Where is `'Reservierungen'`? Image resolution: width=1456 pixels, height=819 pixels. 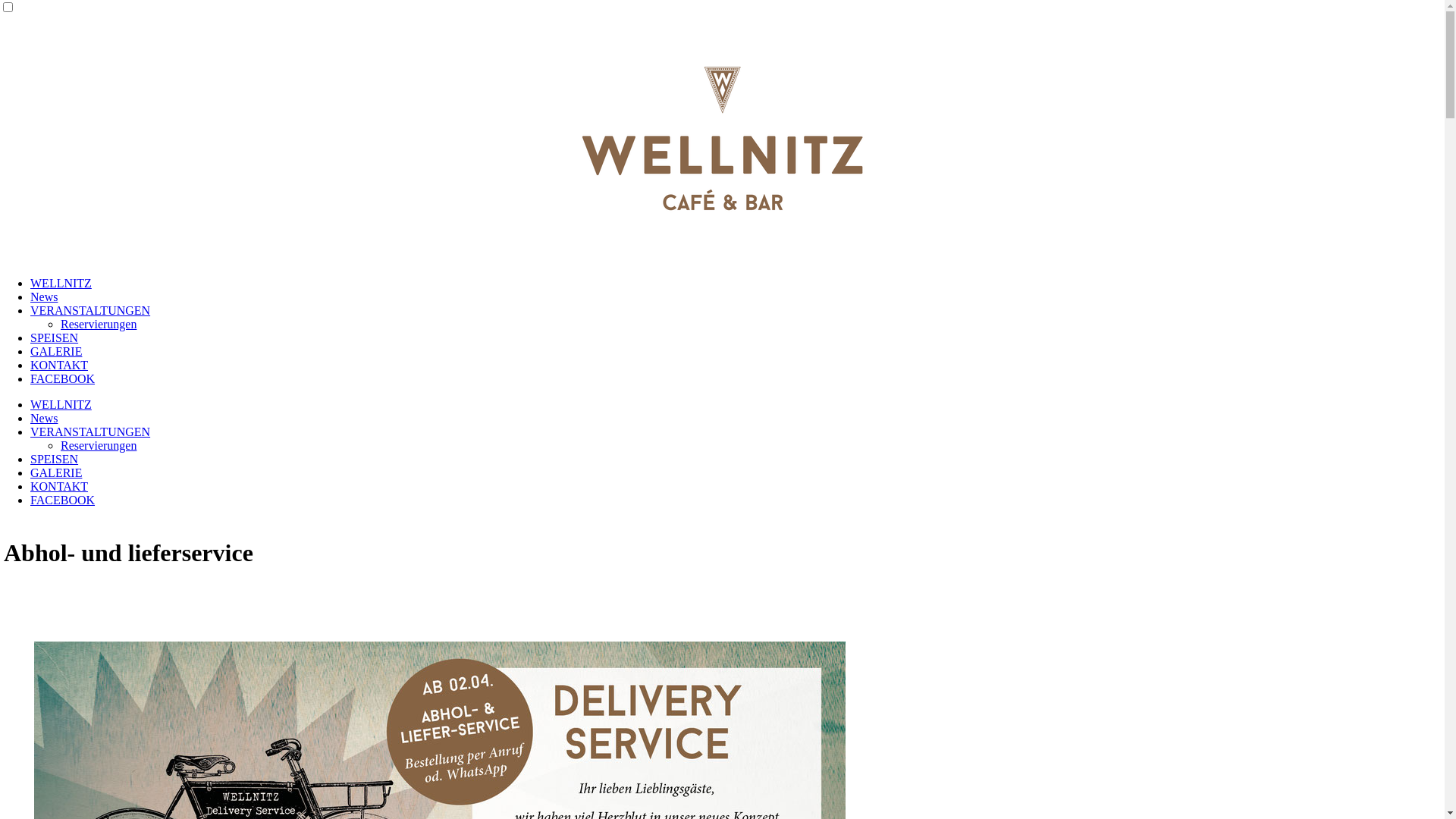
'Reservierungen' is located at coordinates (97, 323).